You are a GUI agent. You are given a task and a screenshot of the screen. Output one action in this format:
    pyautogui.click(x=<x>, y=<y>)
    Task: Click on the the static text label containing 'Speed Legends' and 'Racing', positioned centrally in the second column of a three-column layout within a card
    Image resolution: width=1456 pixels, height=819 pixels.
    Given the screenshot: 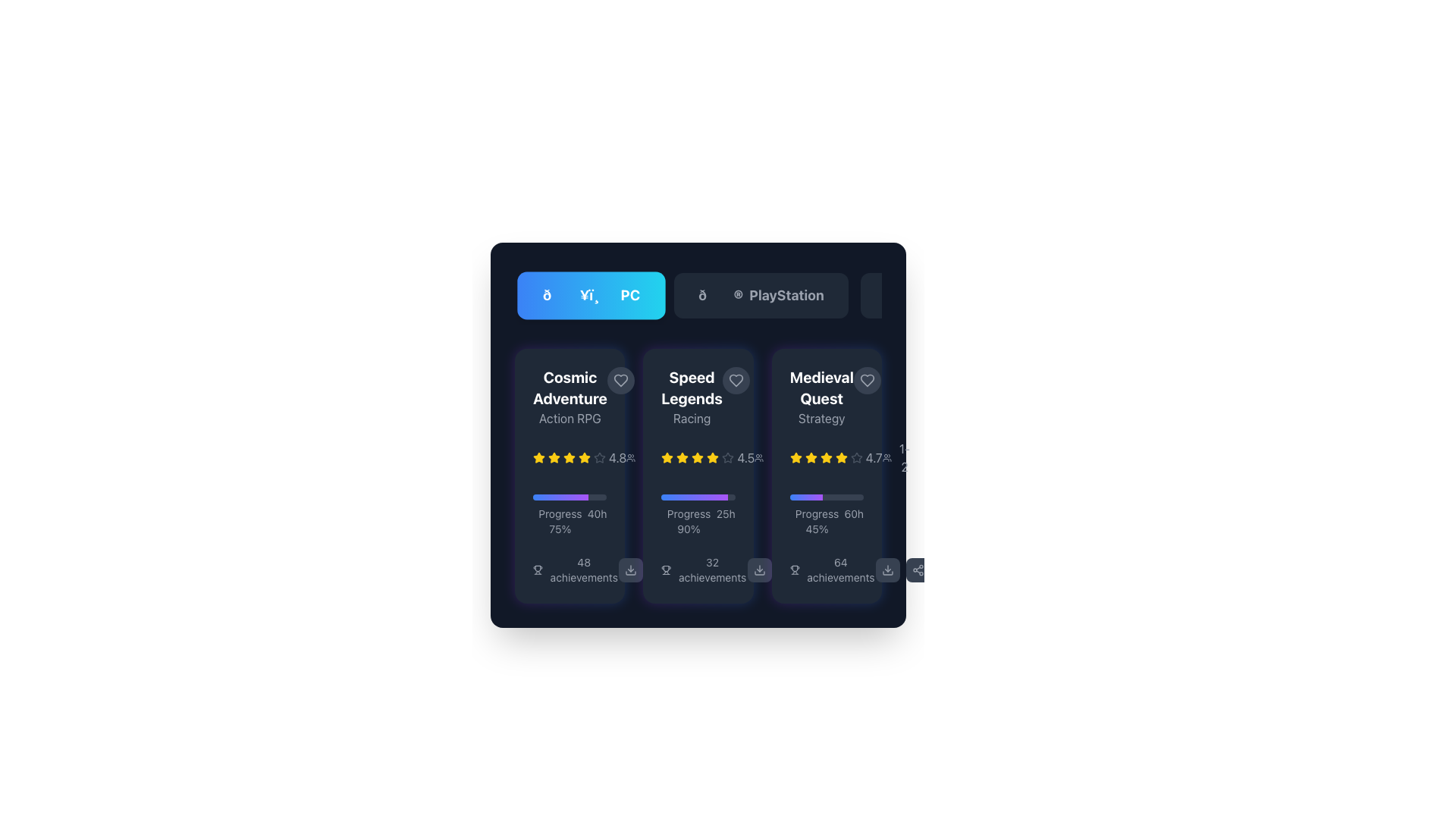 What is the action you would take?
    pyautogui.click(x=698, y=397)
    